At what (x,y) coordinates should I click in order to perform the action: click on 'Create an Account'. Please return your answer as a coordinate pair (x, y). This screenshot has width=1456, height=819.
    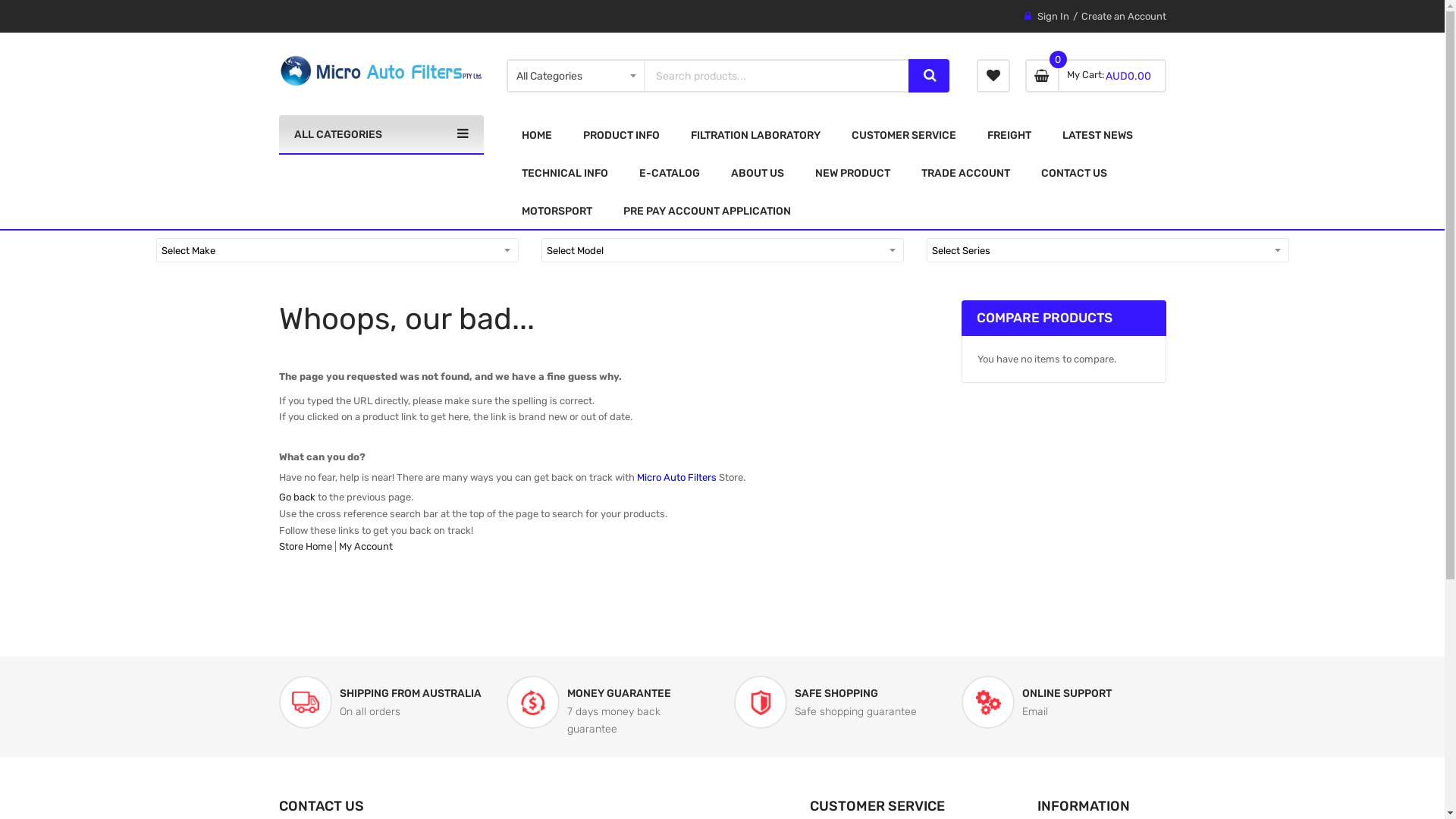
    Looking at the image, I should click on (1124, 16).